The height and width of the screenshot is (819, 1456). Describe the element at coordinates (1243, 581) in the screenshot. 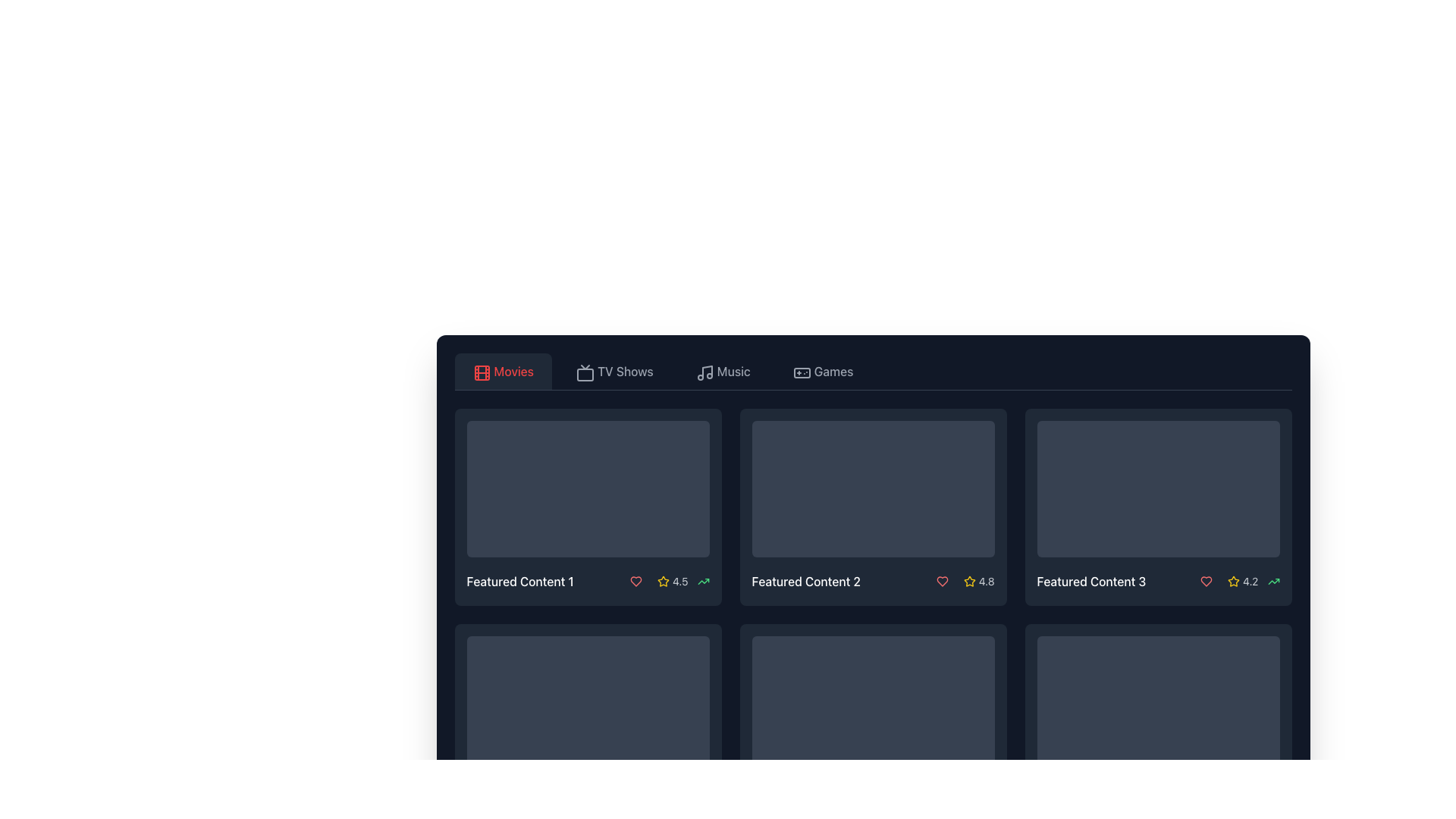

I see `the rating representation element, which consists of a yellow star icon and the text '4.2' in gray, located in the bottom right portion of the 'Featured Content 3' card` at that location.